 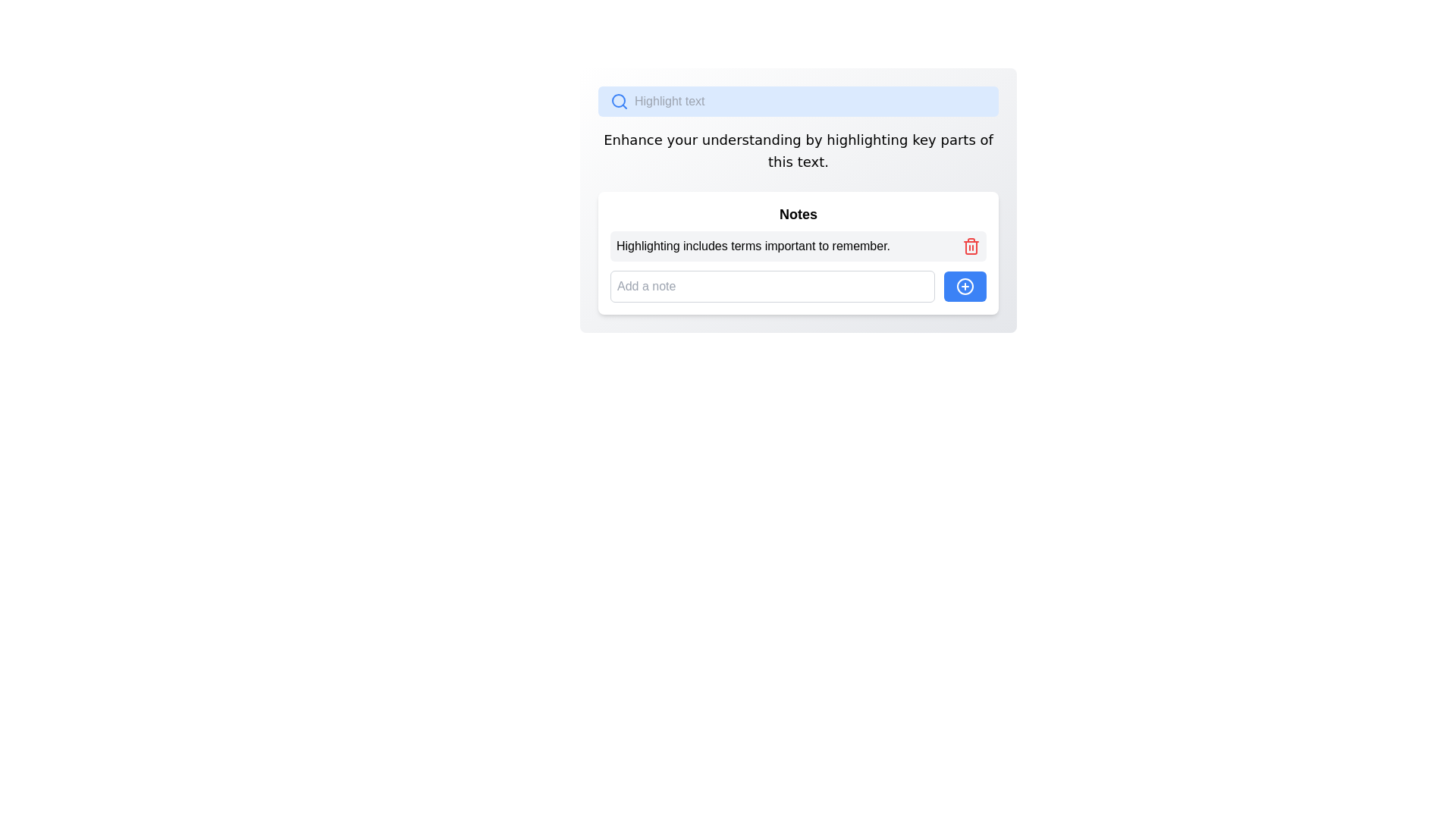 I want to click on the graphical circle element that visually indicates an action to add or create something, which is part of a 'plus in a circle' symbol, so click(x=964, y=286).